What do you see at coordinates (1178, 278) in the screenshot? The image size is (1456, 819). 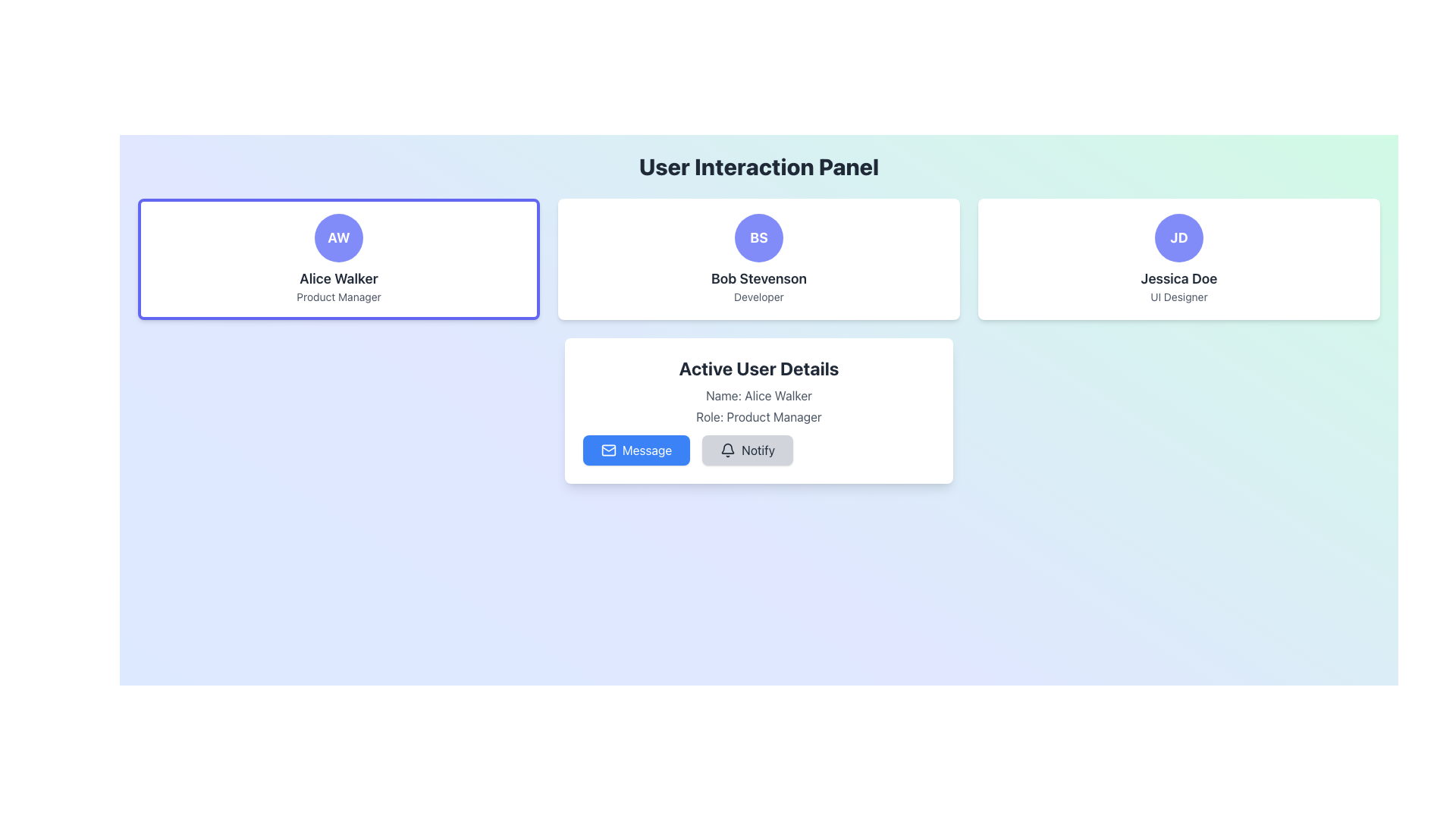 I see `the Text Label displaying 'Jessica Doe', which is styled in a bold, large font and positioned below the 'JD' icon in the rightmost user card` at bounding box center [1178, 278].